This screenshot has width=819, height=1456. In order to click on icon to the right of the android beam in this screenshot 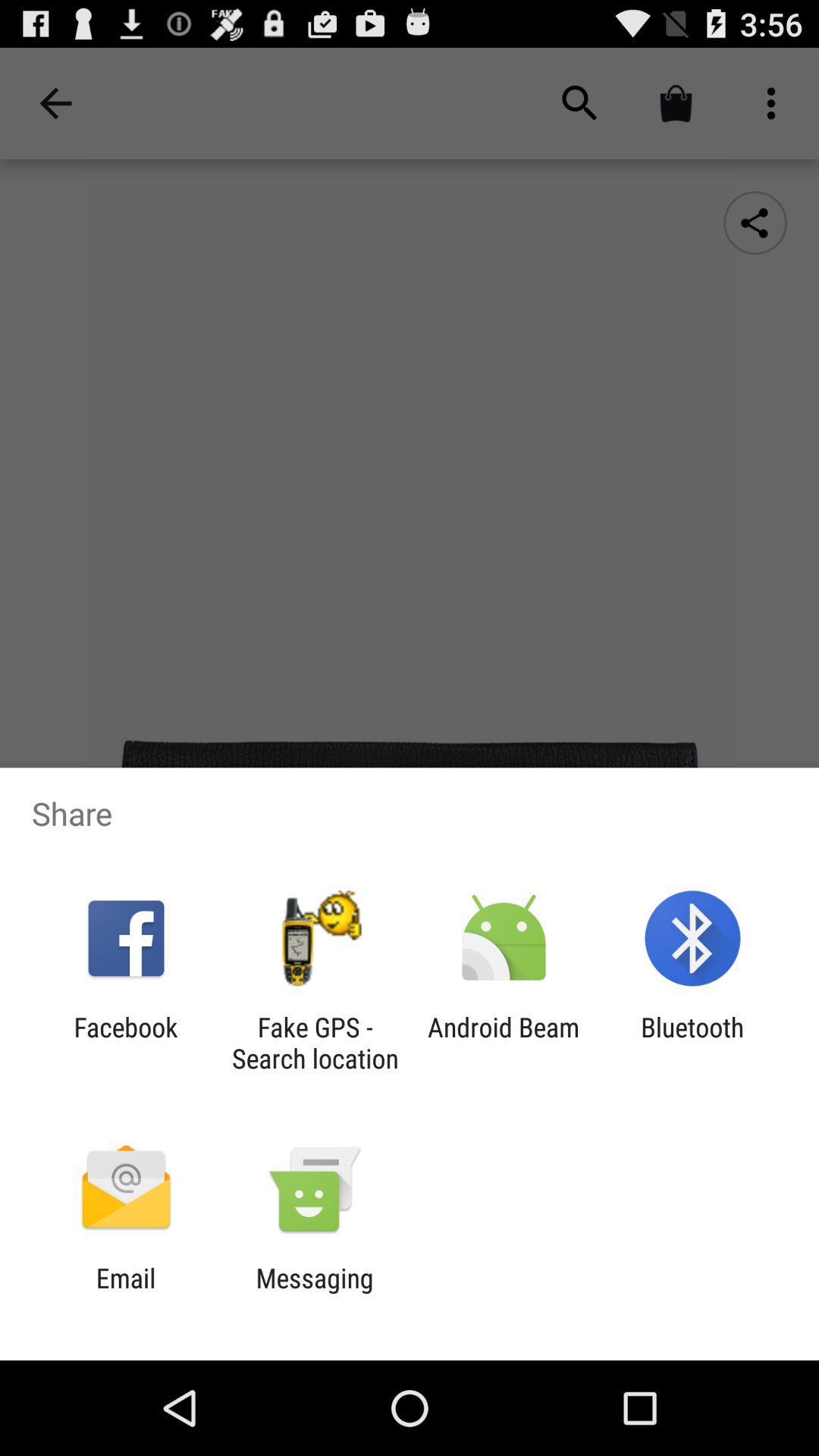, I will do `click(692, 1042)`.